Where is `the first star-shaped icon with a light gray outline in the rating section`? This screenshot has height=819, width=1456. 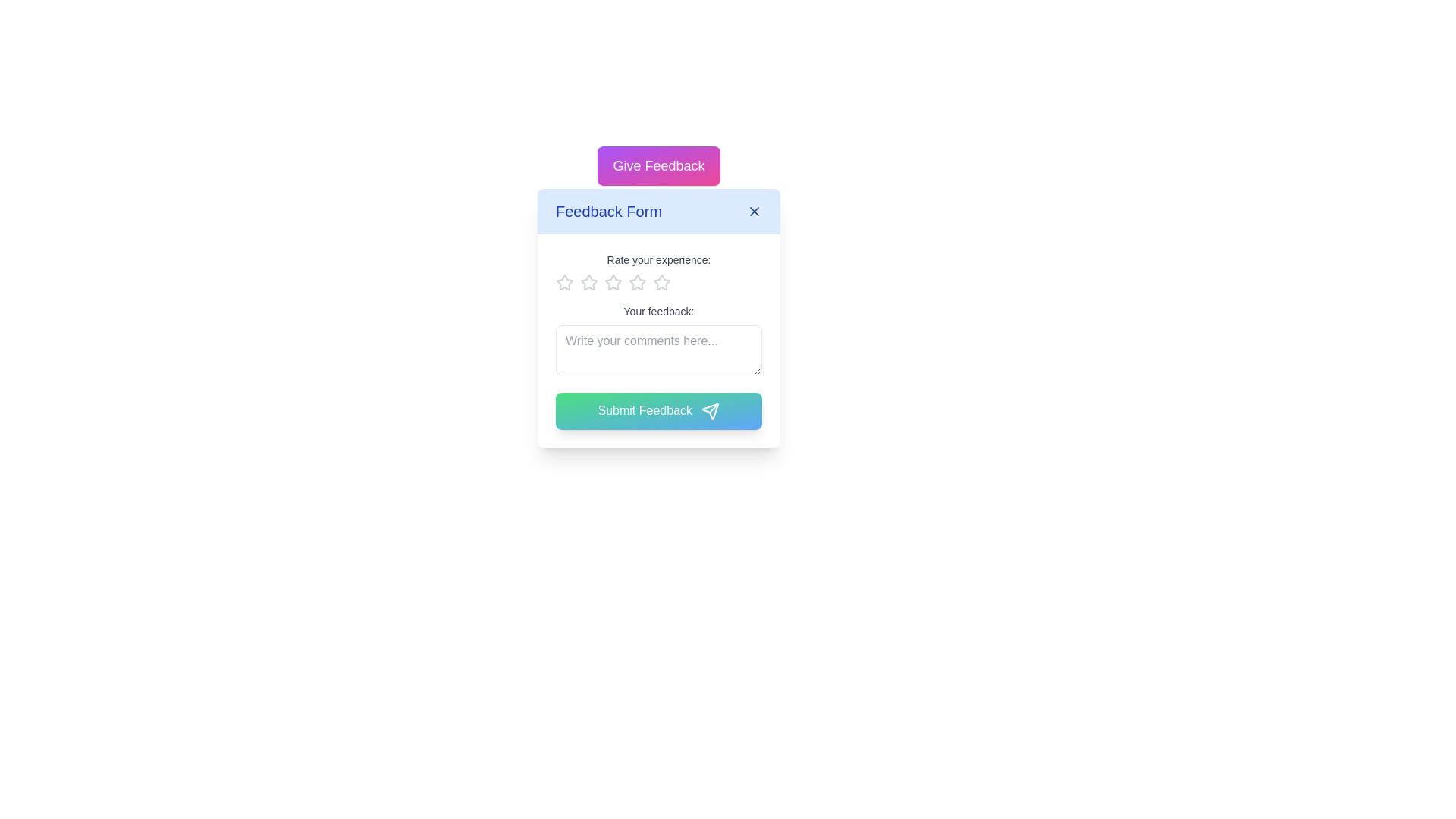 the first star-shaped icon with a light gray outline in the rating section is located at coordinates (563, 283).